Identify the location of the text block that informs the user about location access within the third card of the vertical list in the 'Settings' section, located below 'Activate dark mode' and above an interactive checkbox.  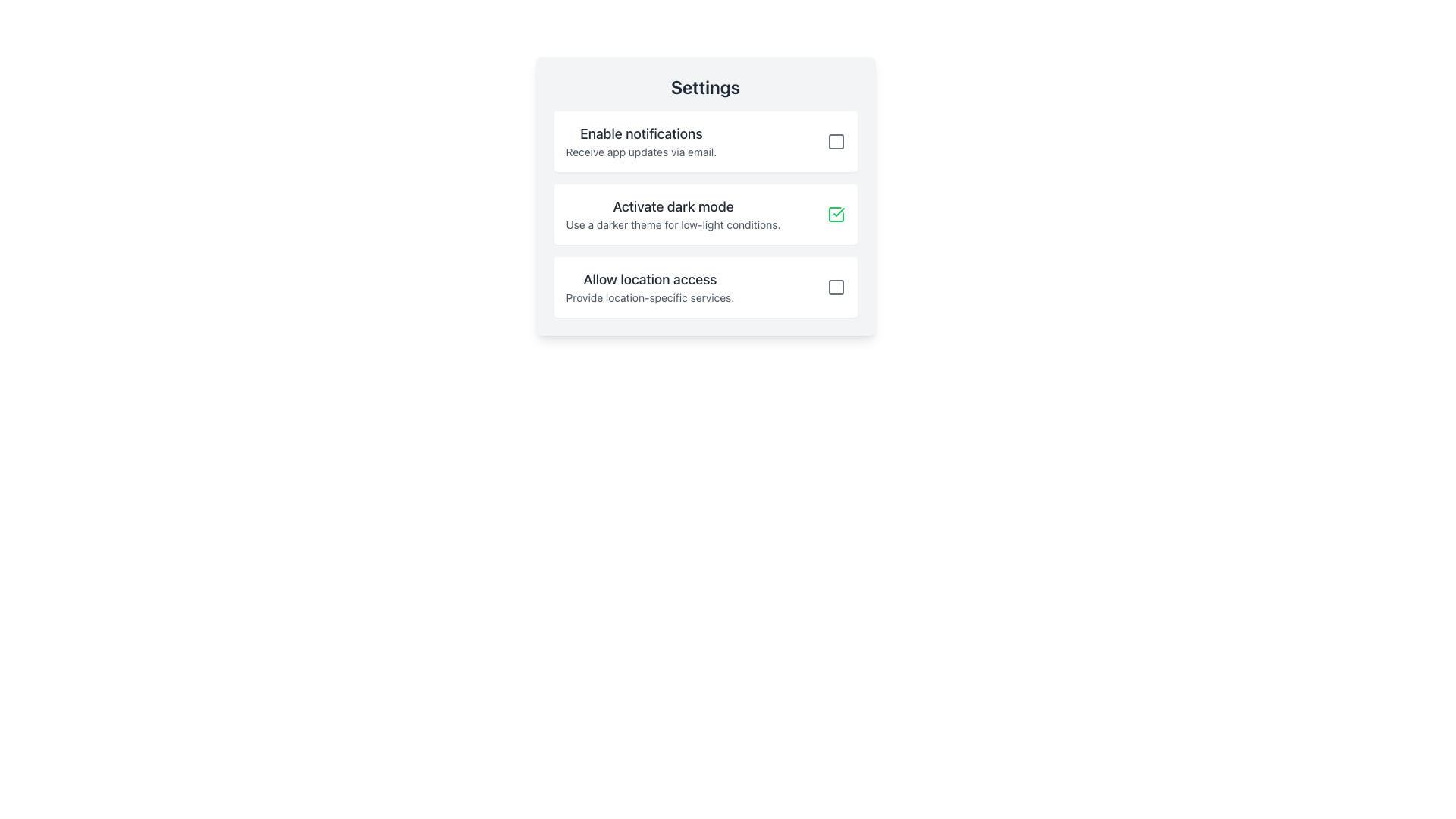
(650, 287).